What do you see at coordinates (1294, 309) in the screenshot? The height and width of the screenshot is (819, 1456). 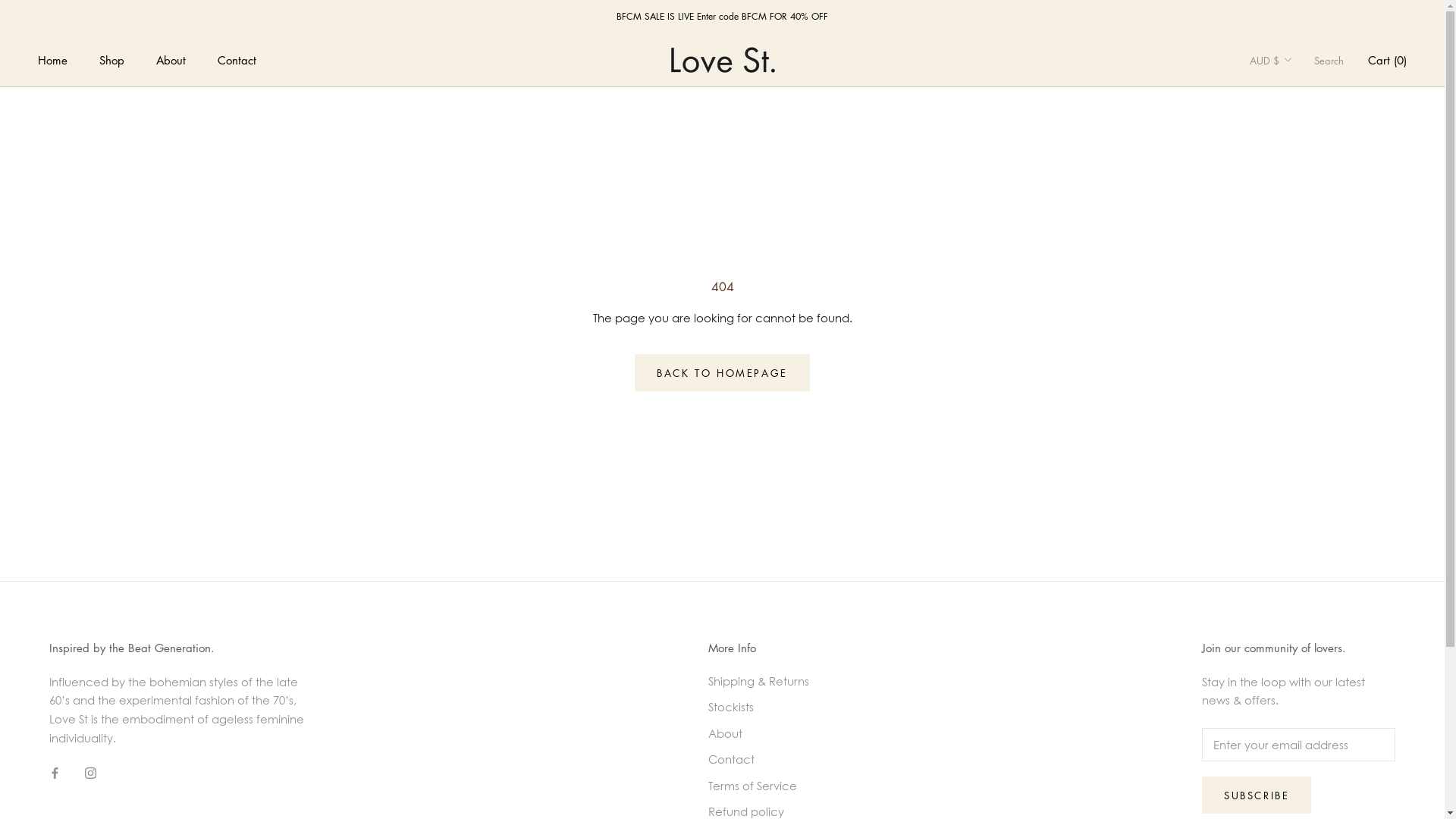 I see `'BBD'` at bounding box center [1294, 309].